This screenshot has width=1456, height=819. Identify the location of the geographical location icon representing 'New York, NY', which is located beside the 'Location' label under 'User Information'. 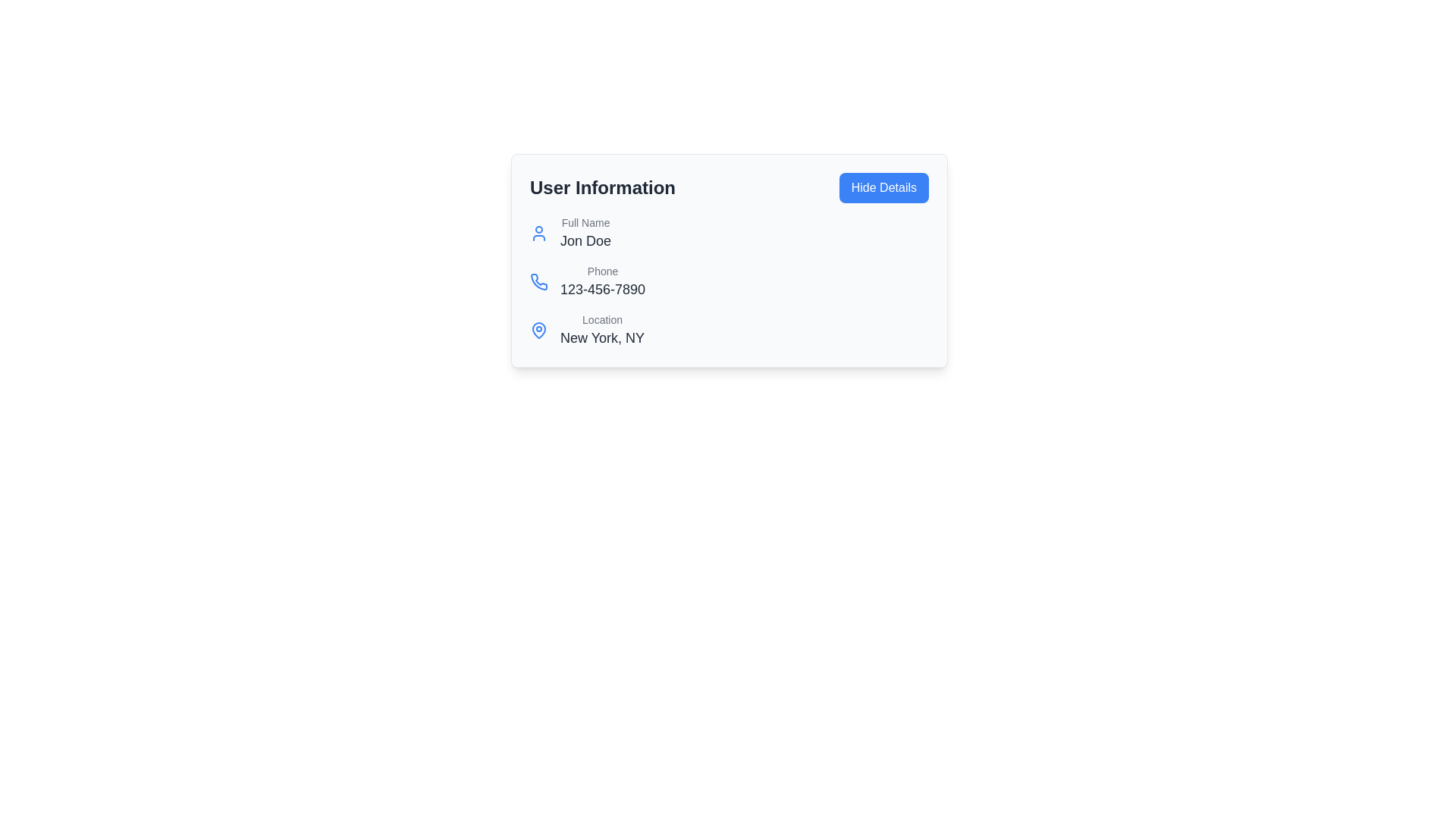
(538, 329).